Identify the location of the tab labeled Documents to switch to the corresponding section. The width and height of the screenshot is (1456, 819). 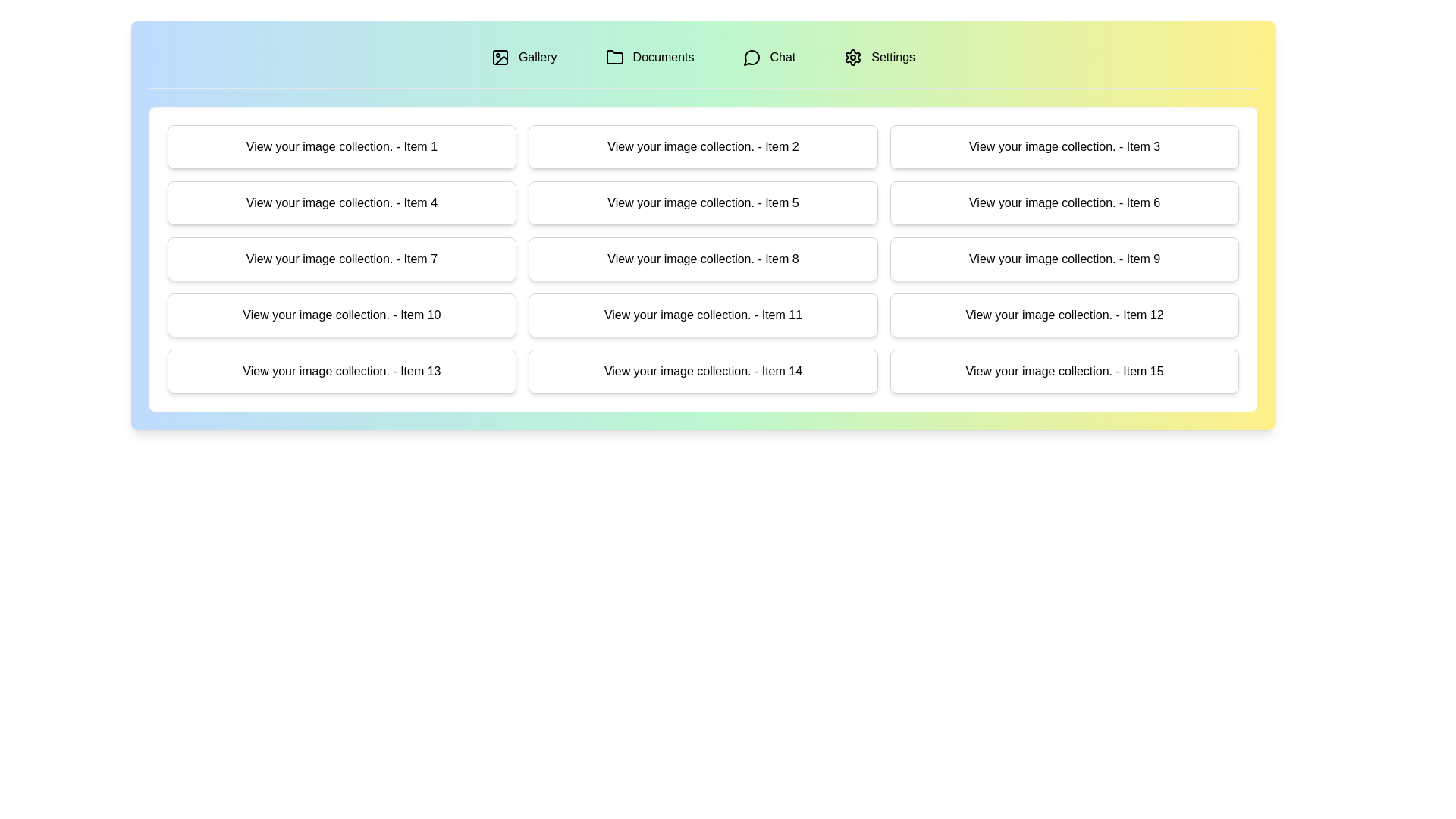
(650, 57).